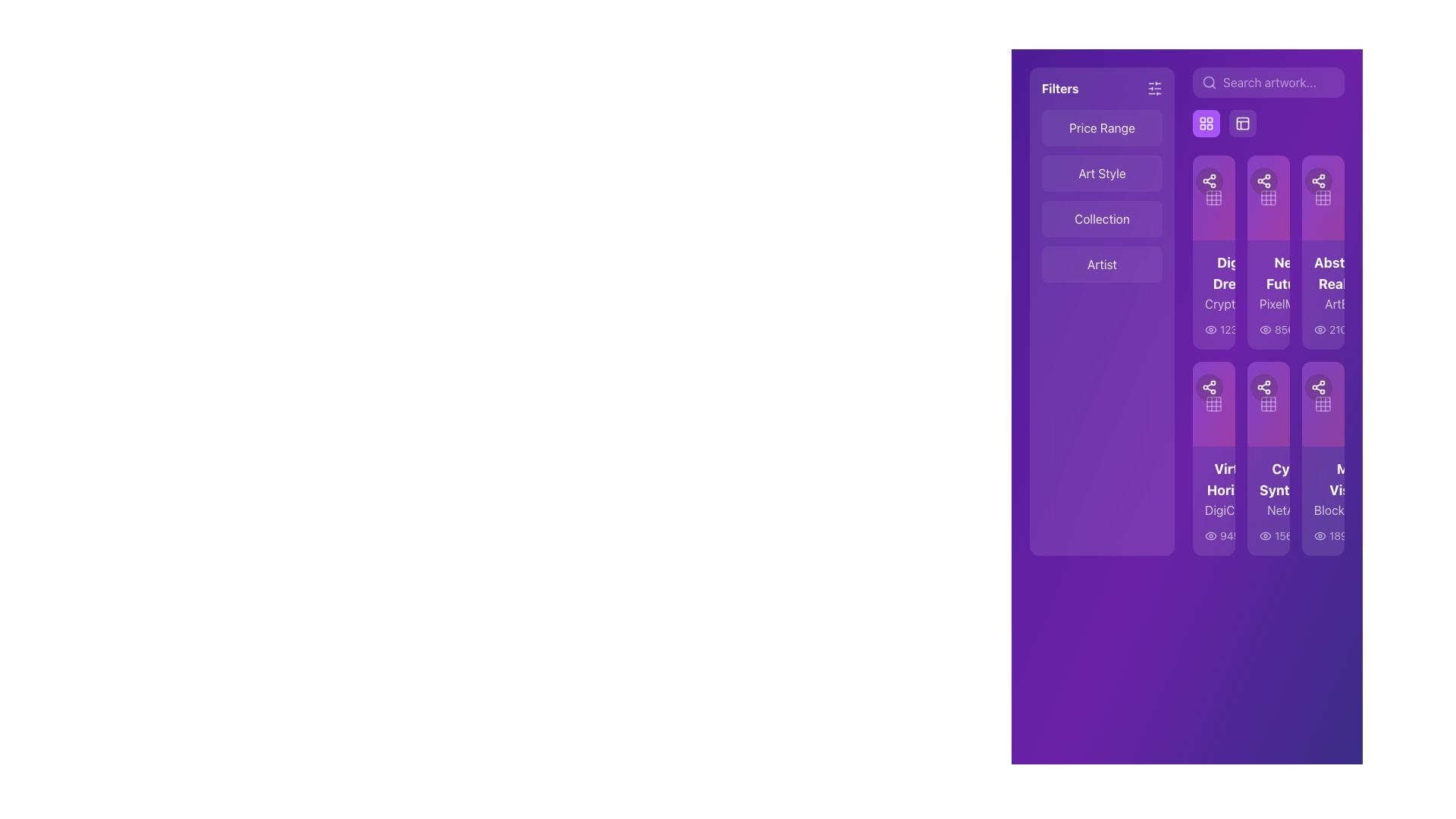  Describe the element at coordinates (1269, 403) in the screenshot. I see `the SVG-based interactive graphical button with a grid-like structure, styled with a white outline and positioned in a purple card, located in the second row towards the top-right corner` at that location.